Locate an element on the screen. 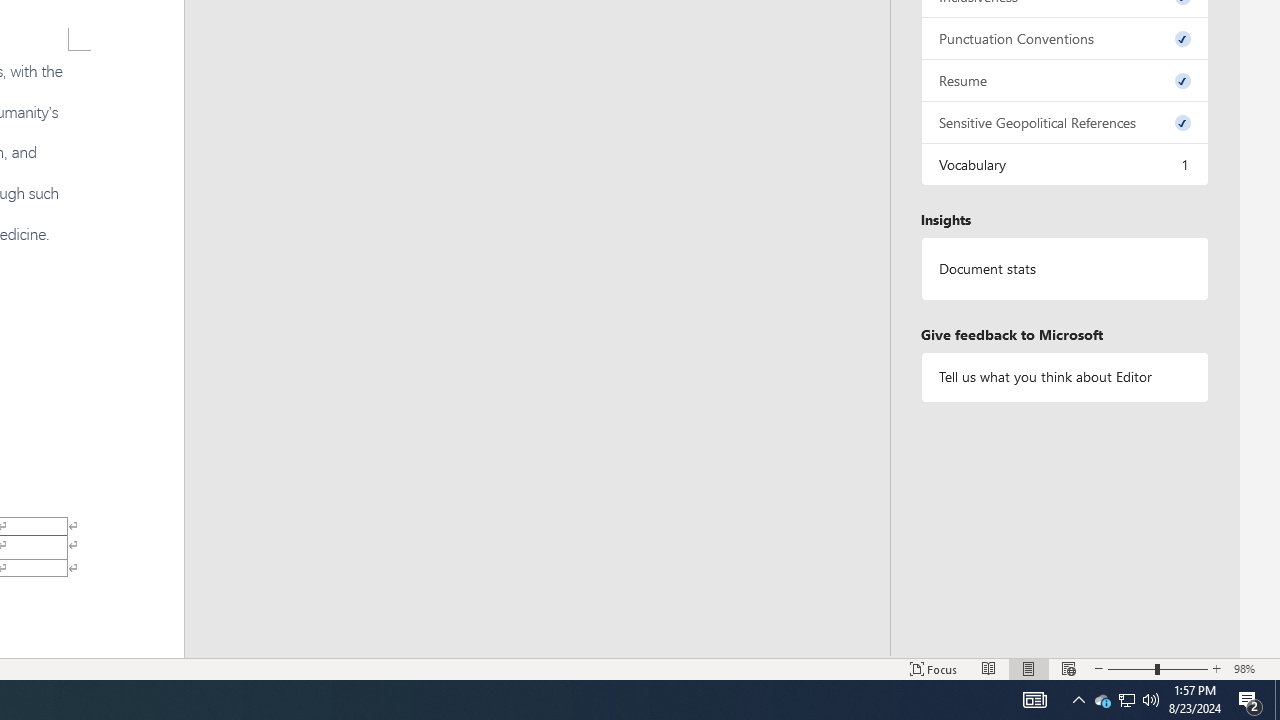  'Tell us what you think about Editor' is located at coordinates (1063, 377).